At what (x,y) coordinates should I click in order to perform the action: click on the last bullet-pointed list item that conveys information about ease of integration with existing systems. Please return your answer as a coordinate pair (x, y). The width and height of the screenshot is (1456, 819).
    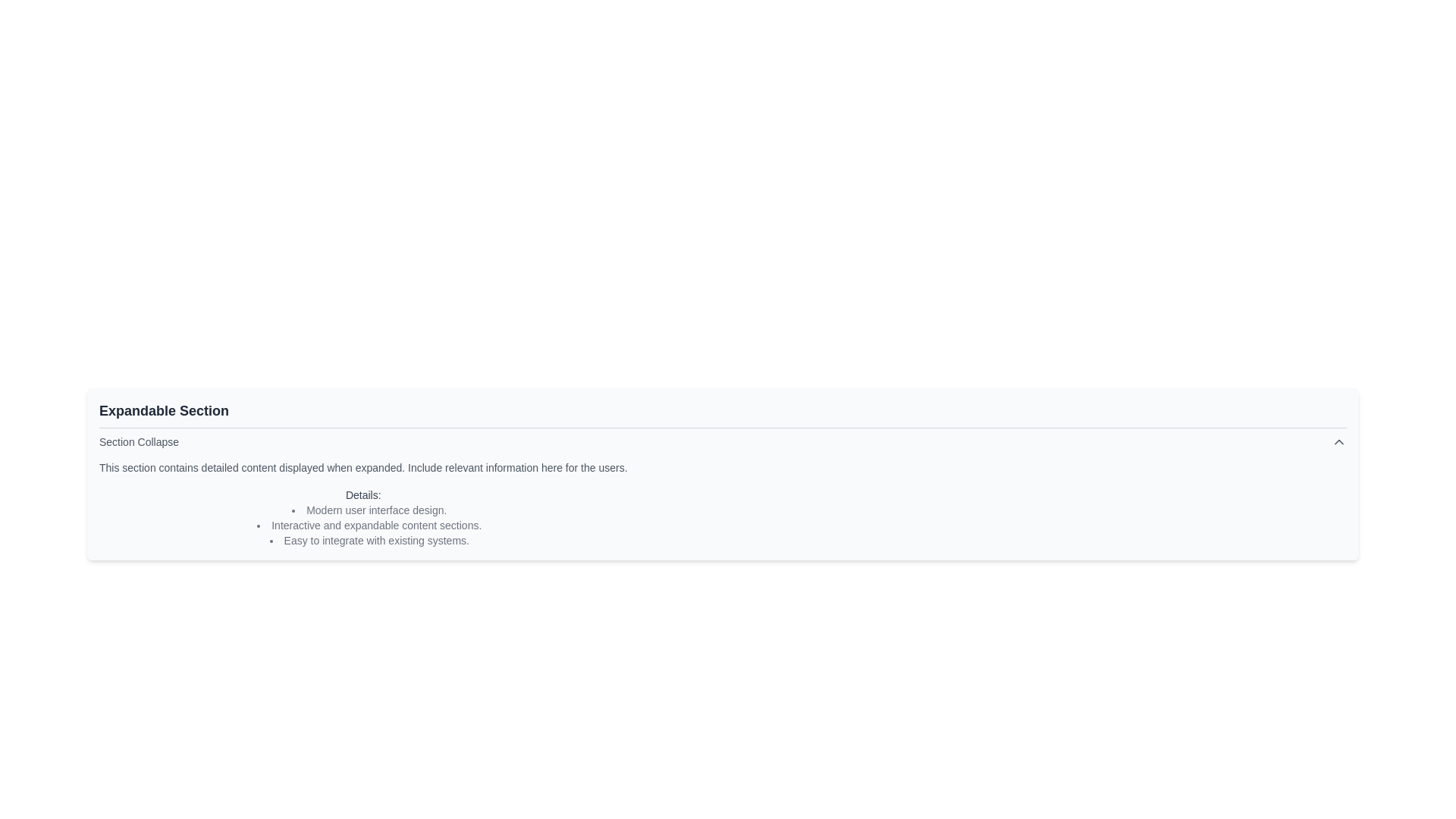
    Looking at the image, I should click on (369, 539).